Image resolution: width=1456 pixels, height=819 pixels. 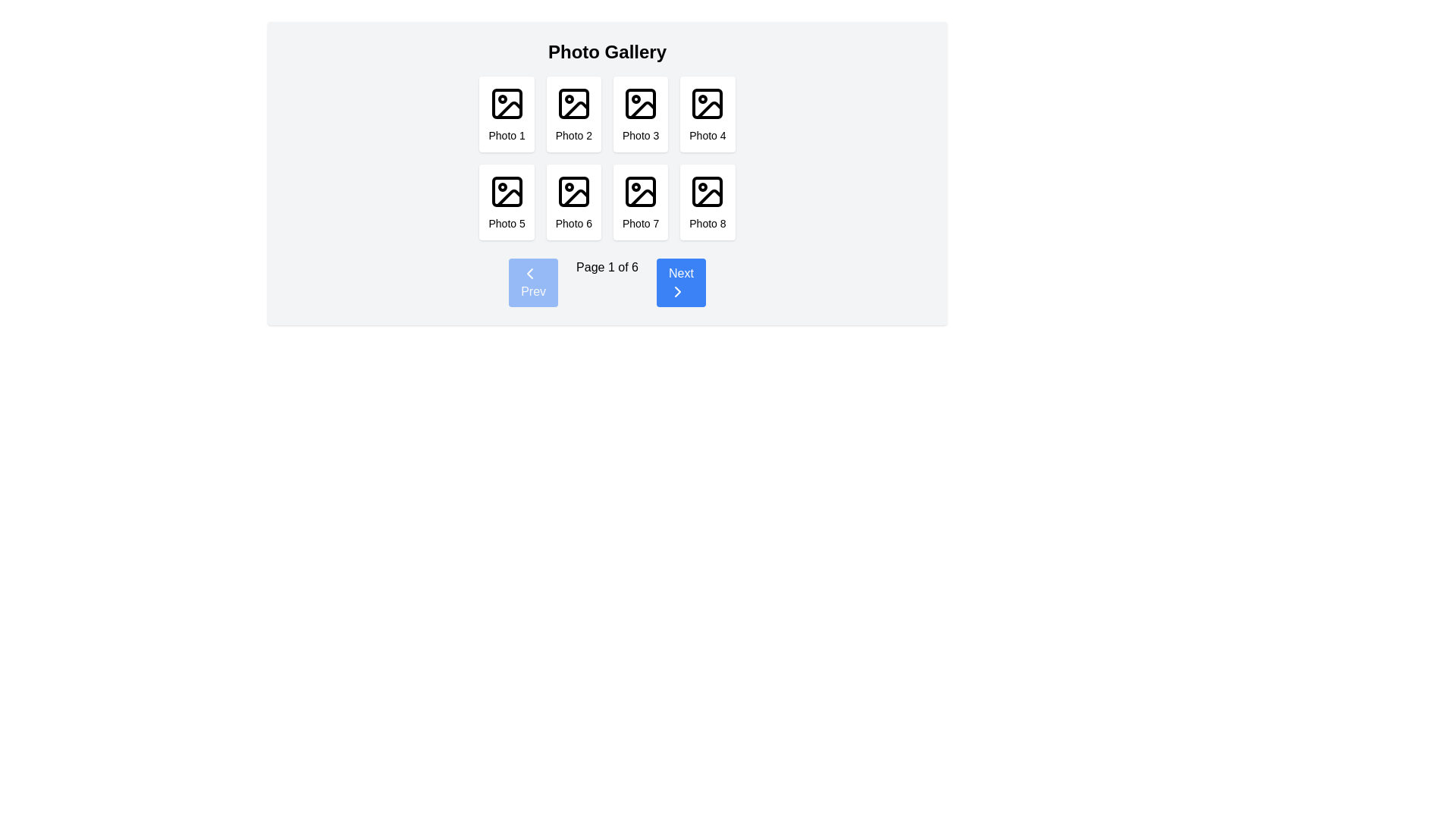 I want to click on the second tile in the grid of the Photo Gallery, which is labeled 'Photo 6', so click(x=573, y=201).